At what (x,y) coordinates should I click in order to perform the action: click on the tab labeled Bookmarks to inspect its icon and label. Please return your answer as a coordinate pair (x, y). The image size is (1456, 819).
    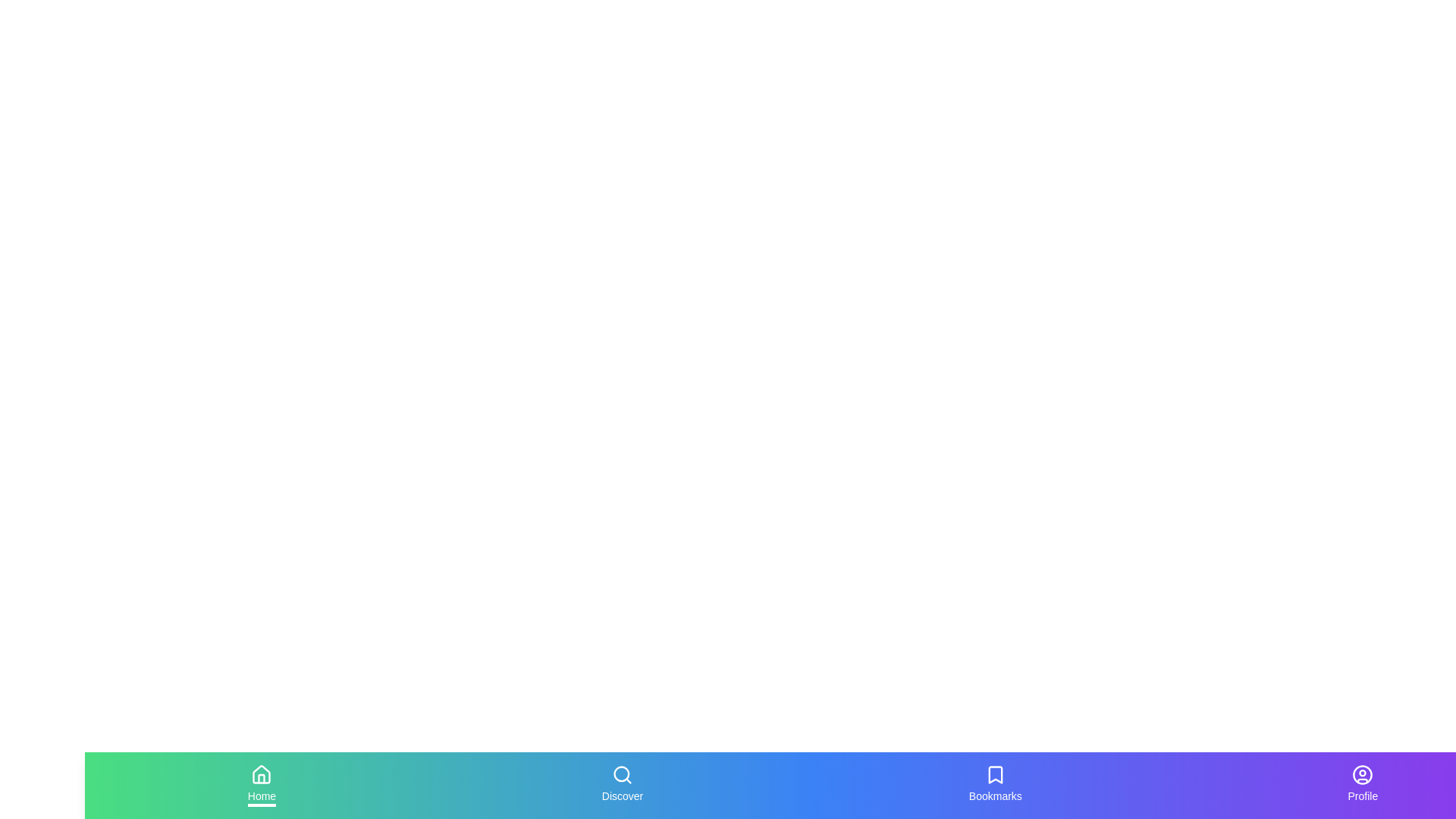
    Looking at the image, I should click on (994, 785).